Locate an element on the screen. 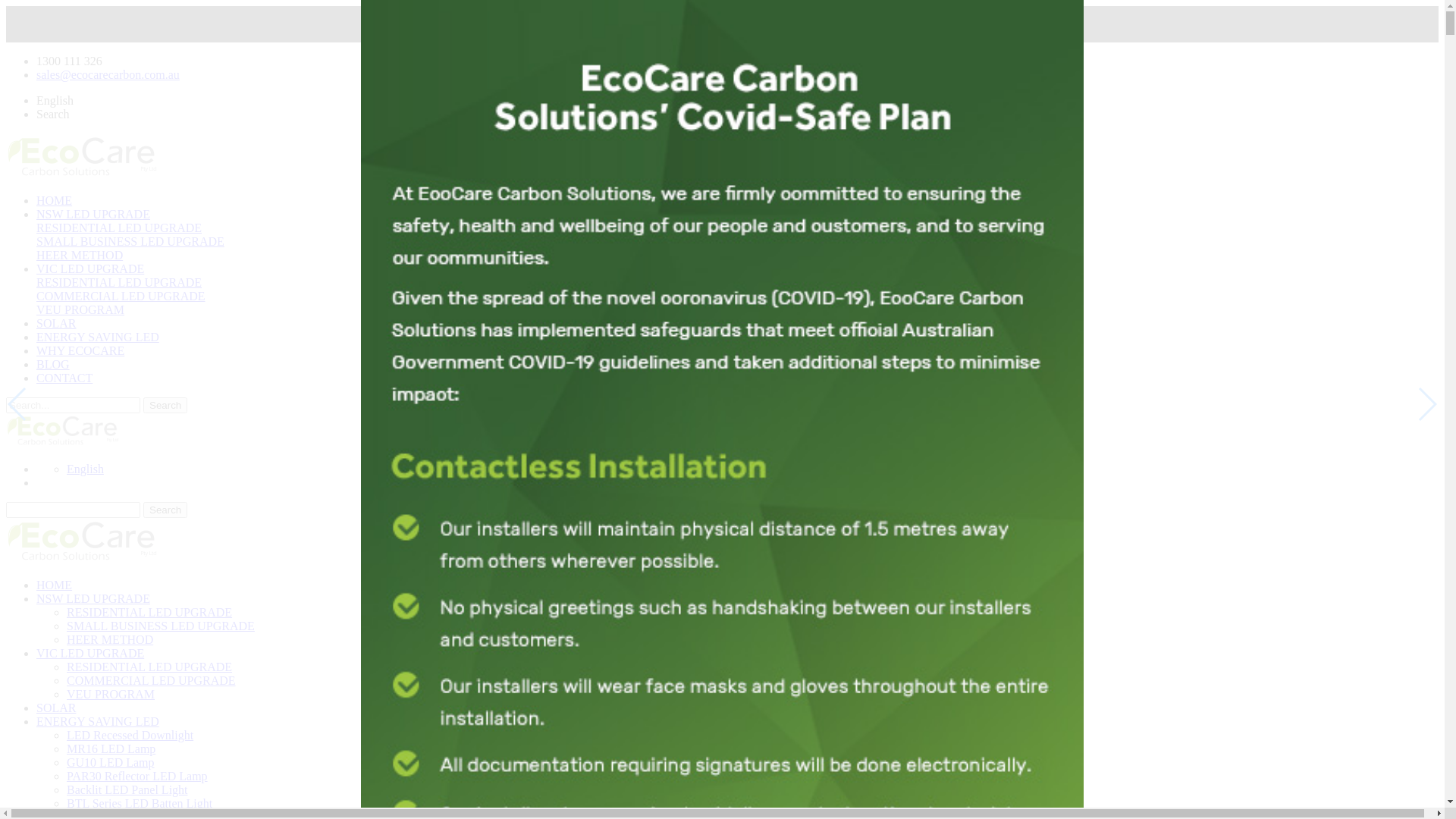  'EcoCare Carbon Solution.' is located at coordinates (81, 540).